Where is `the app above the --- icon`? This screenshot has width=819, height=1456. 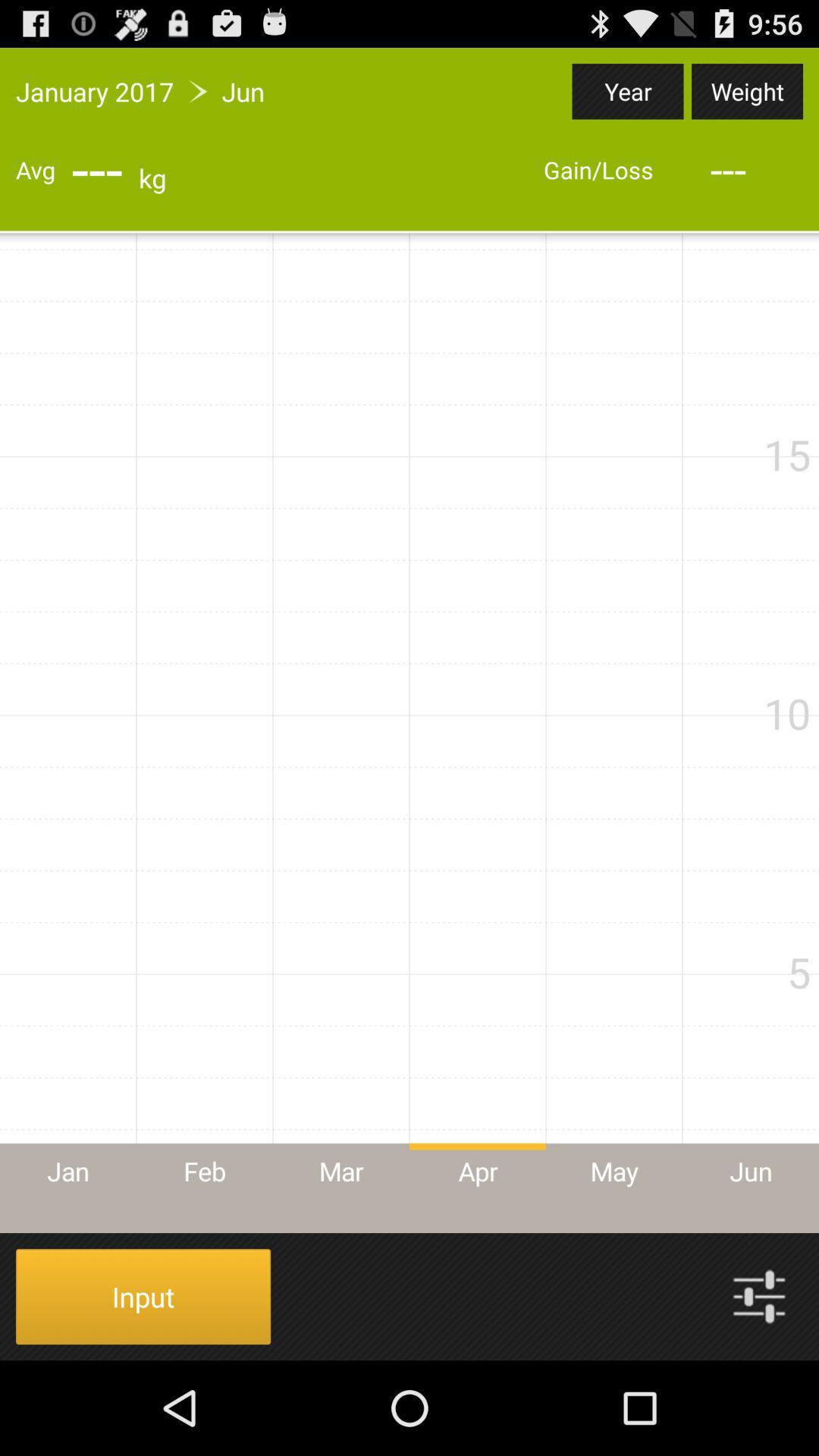 the app above the --- icon is located at coordinates (628, 90).